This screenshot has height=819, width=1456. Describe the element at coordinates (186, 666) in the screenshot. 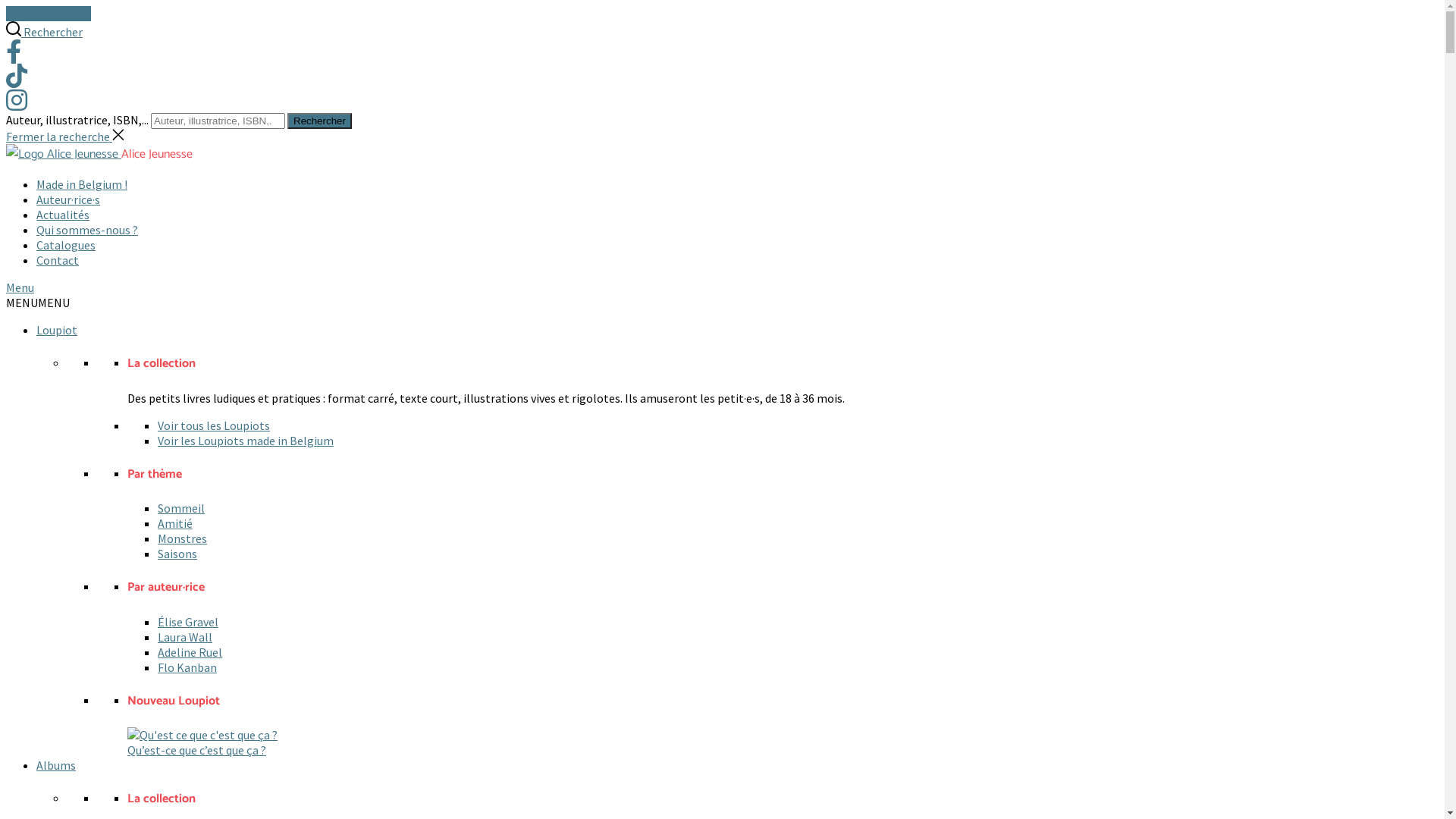

I see `'Flo Kanban'` at that location.